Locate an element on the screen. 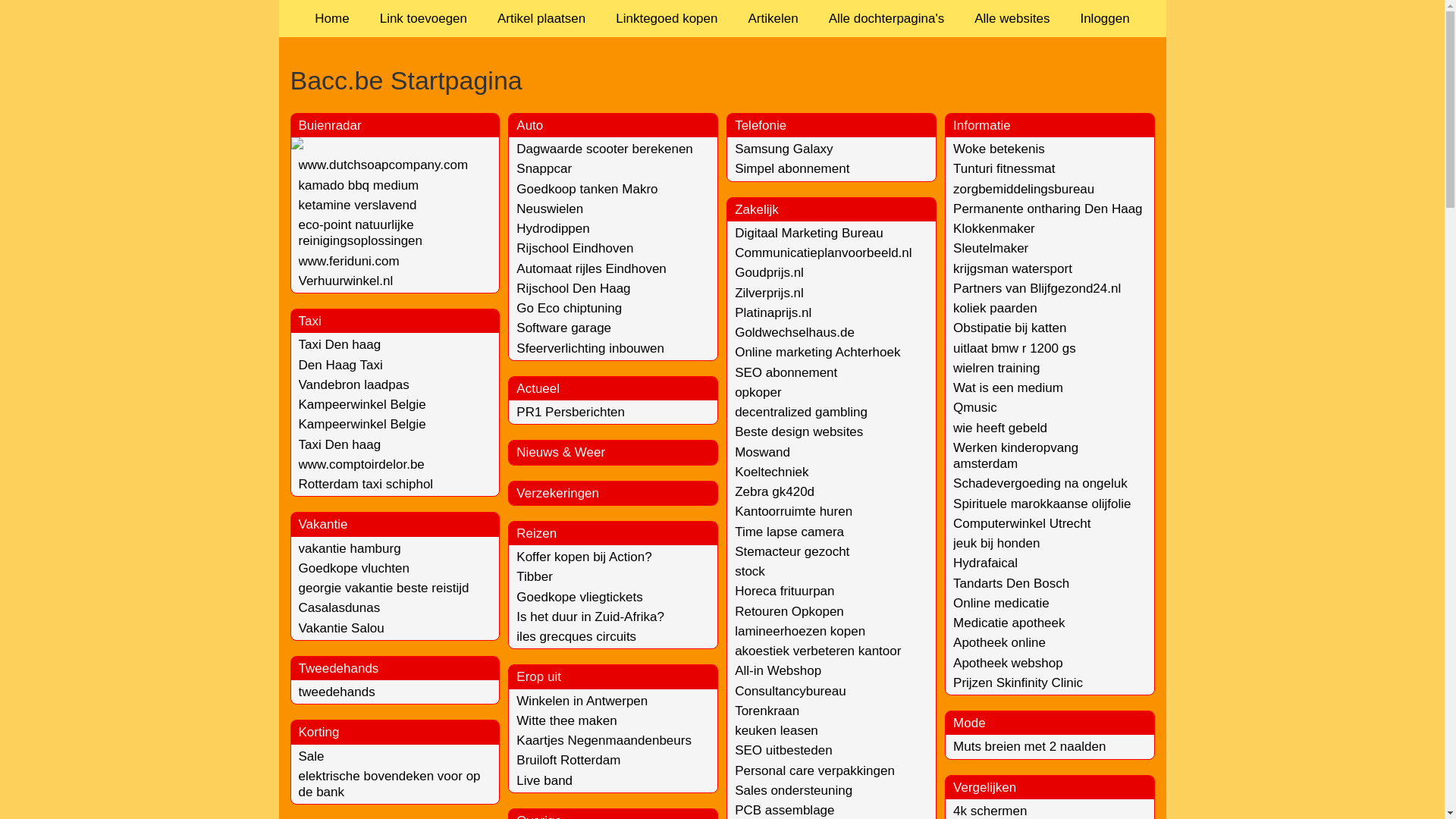 This screenshot has height=819, width=1456. 'Zebra gk420d' is located at coordinates (774, 491).